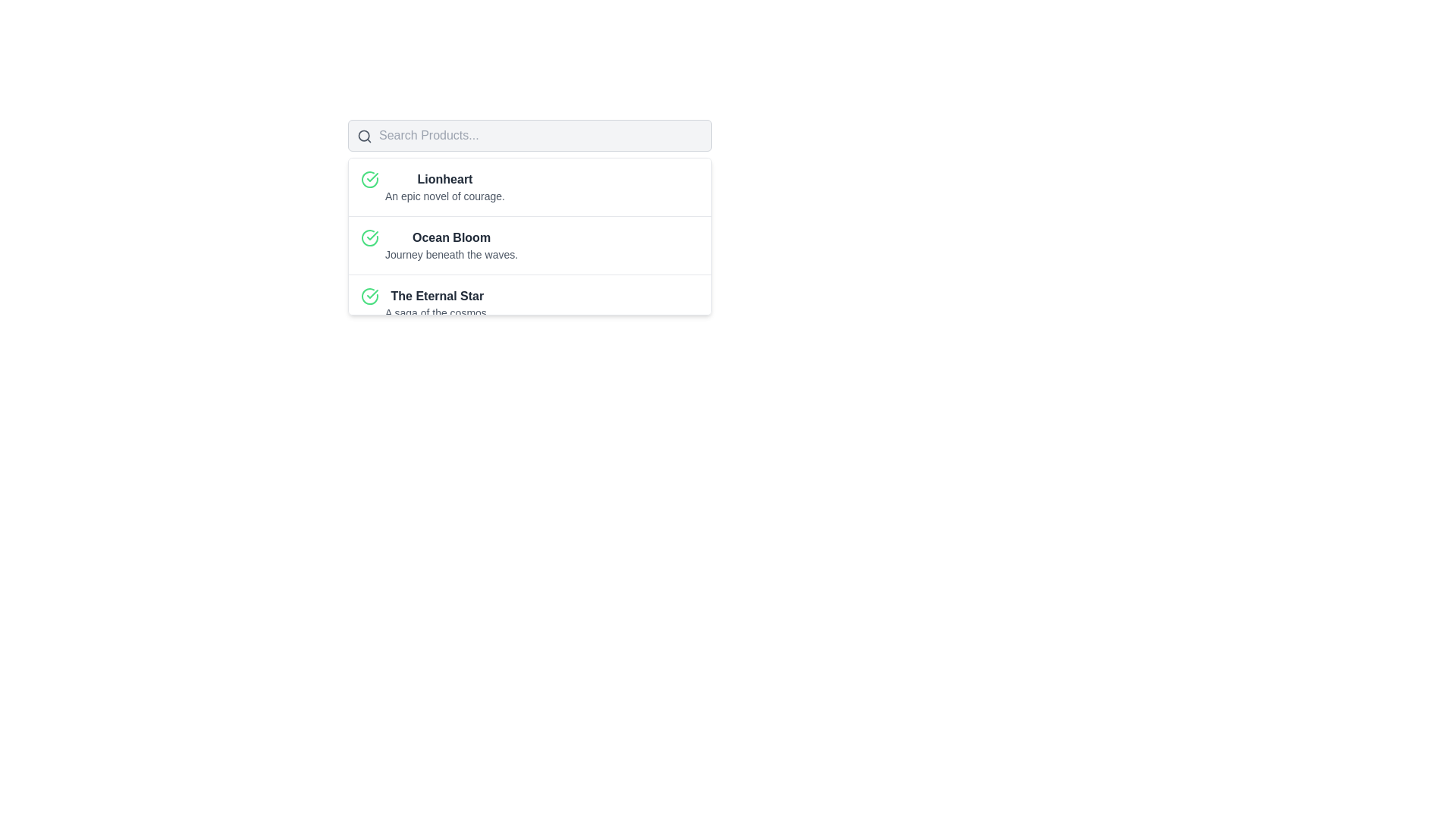 The width and height of the screenshot is (1456, 819). I want to click on the inner circle of the magnifying glass icon, which is a decorative SVG component indicating search functionality in the search bar, so click(364, 135).